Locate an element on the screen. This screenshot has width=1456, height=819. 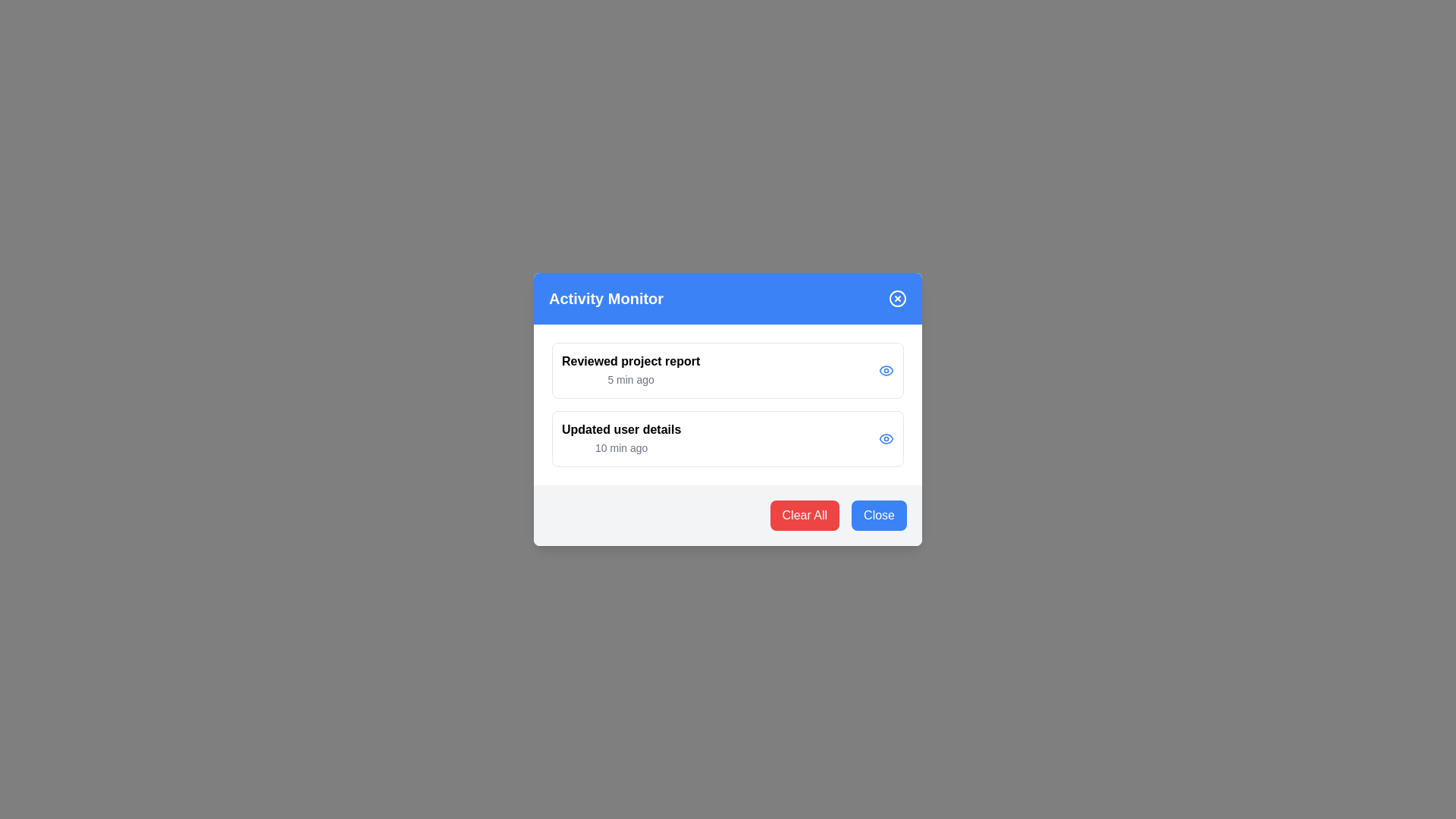
the close icon to close the dialog is located at coordinates (898, 298).